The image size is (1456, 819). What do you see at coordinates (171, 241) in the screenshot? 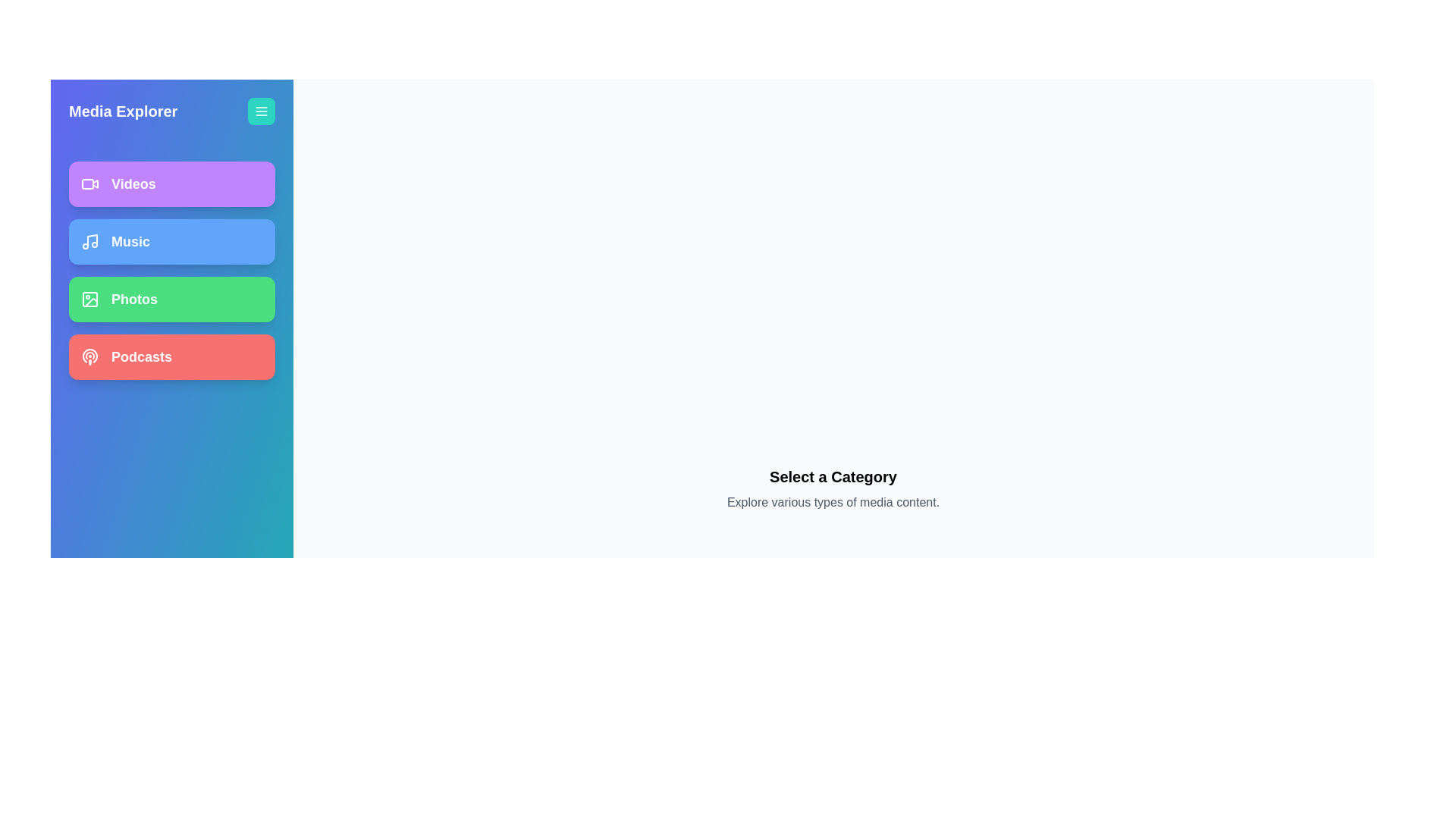
I see `the media category Music` at bounding box center [171, 241].